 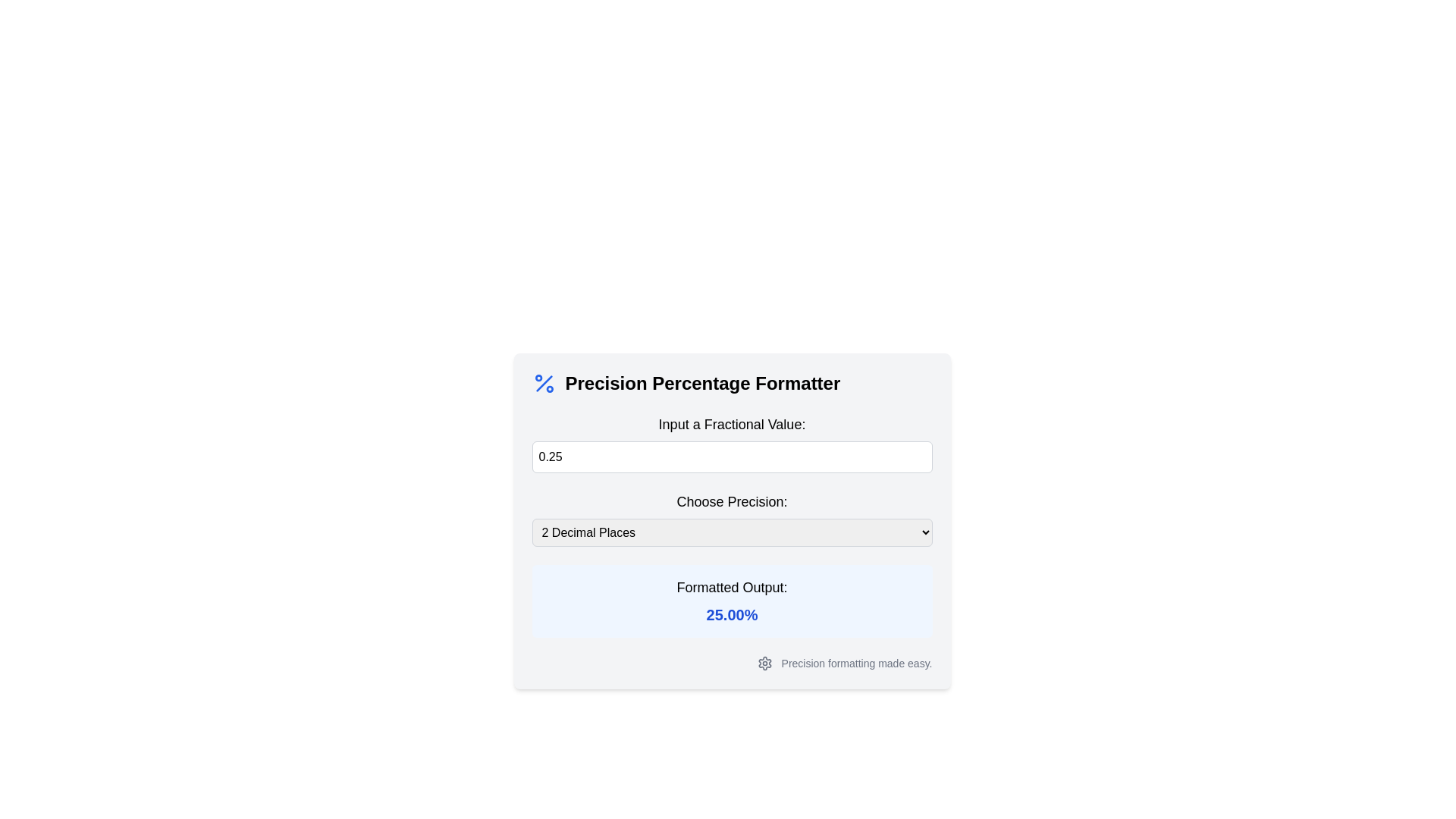 What do you see at coordinates (732, 518) in the screenshot?
I see `the dropdown menu labeled 'Choose Precision:' which contains options for decimal precision levels` at bounding box center [732, 518].